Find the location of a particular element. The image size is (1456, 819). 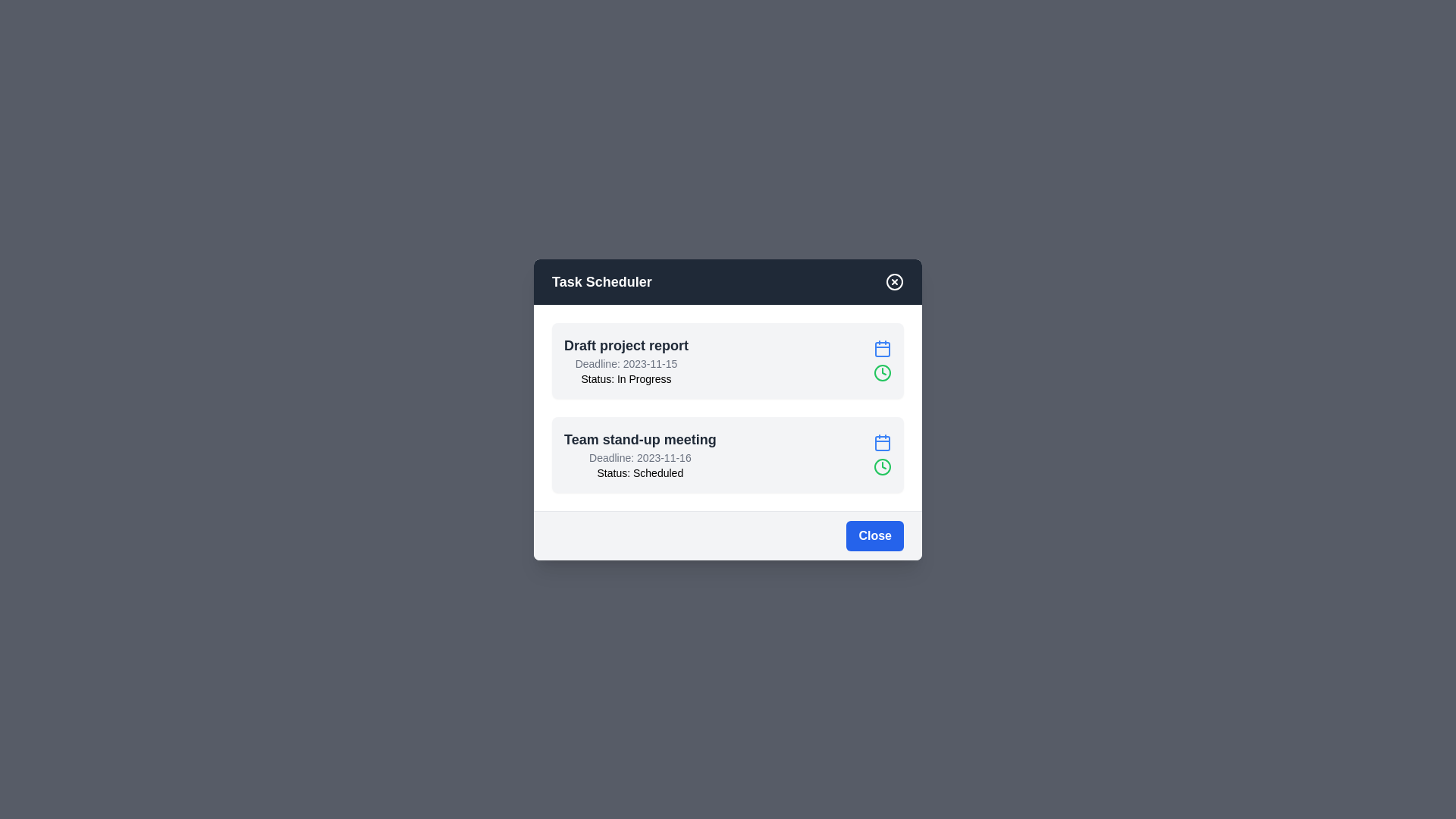

the close button in the header of the Task Scheduler dialog is located at coordinates (895, 281).